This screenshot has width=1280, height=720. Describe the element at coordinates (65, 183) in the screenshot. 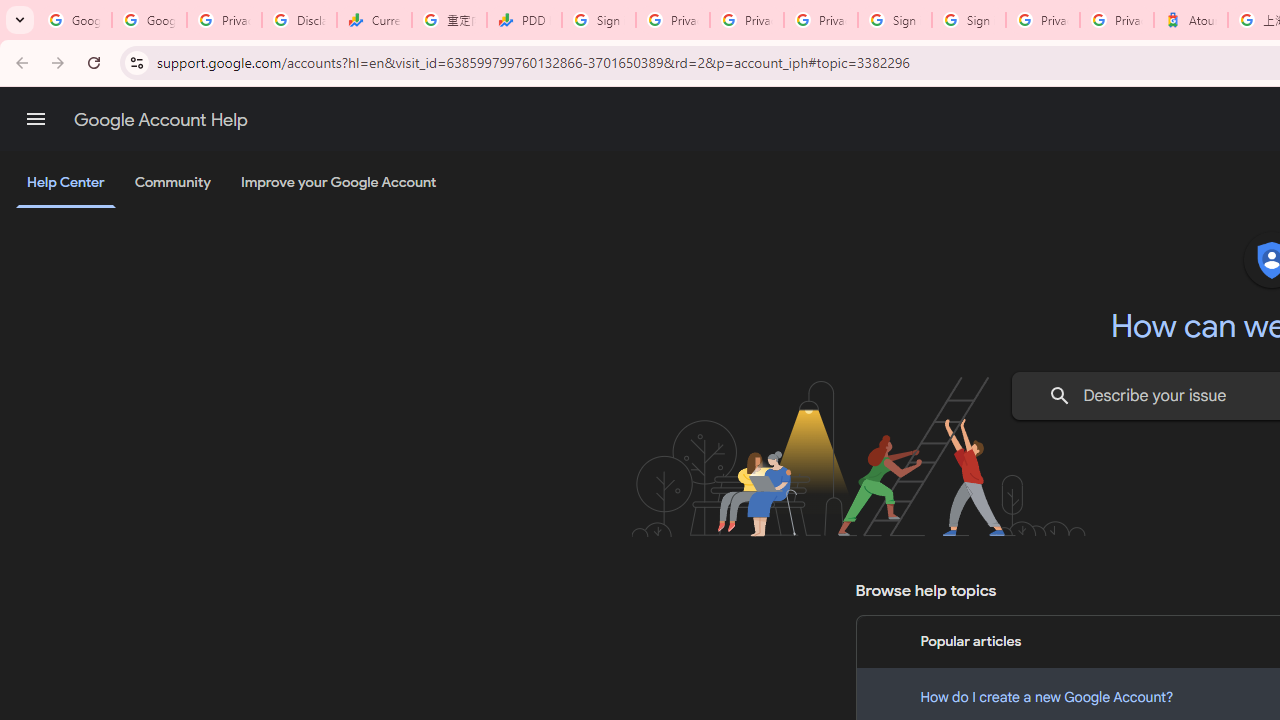

I see `'Help Center'` at that location.